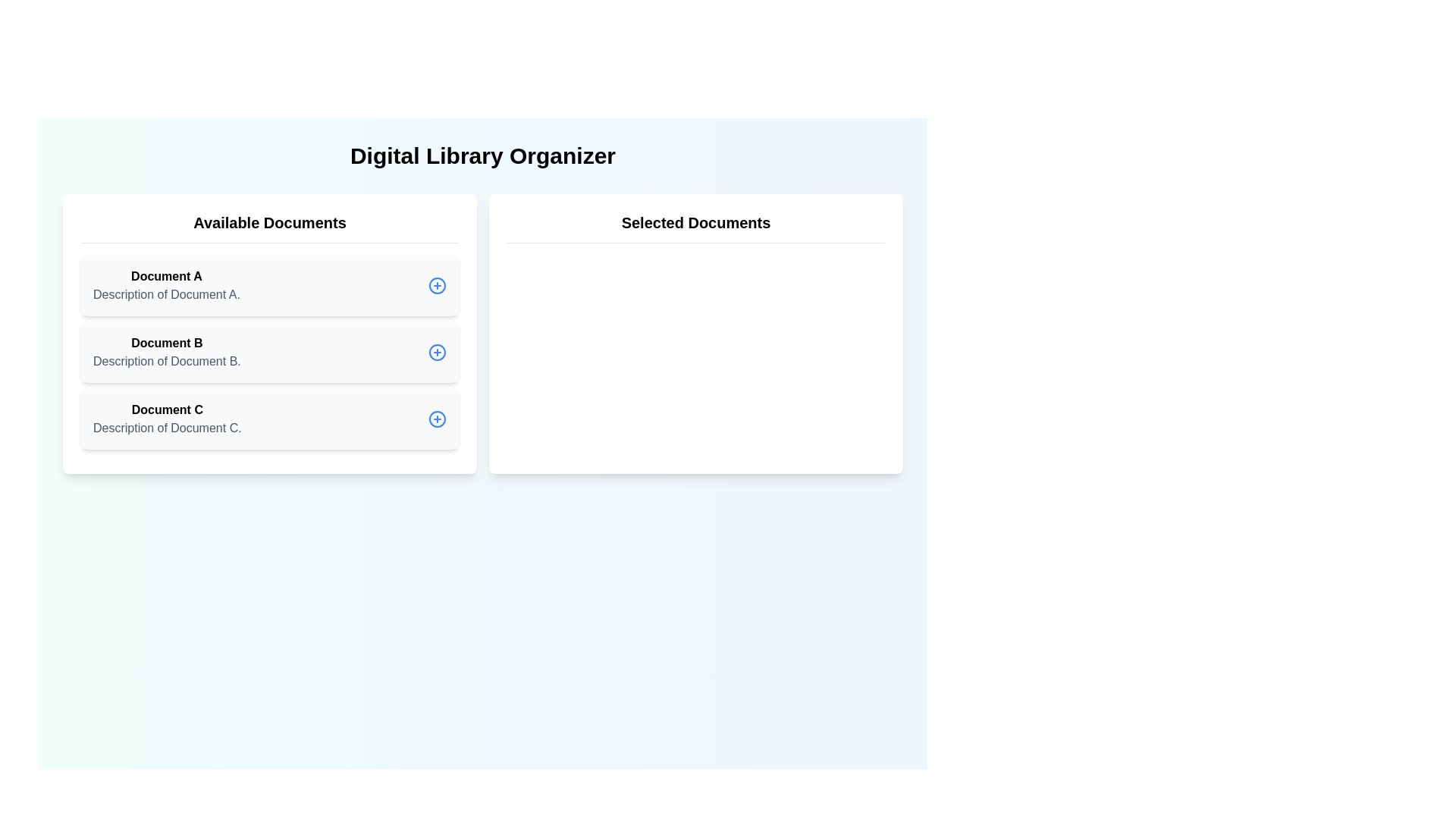 The width and height of the screenshot is (1456, 819). What do you see at coordinates (167, 362) in the screenshot?
I see `text content of the gray text element that displays 'Description of Document B.' located under the 'Available Documents' section` at bounding box center [167, 362].